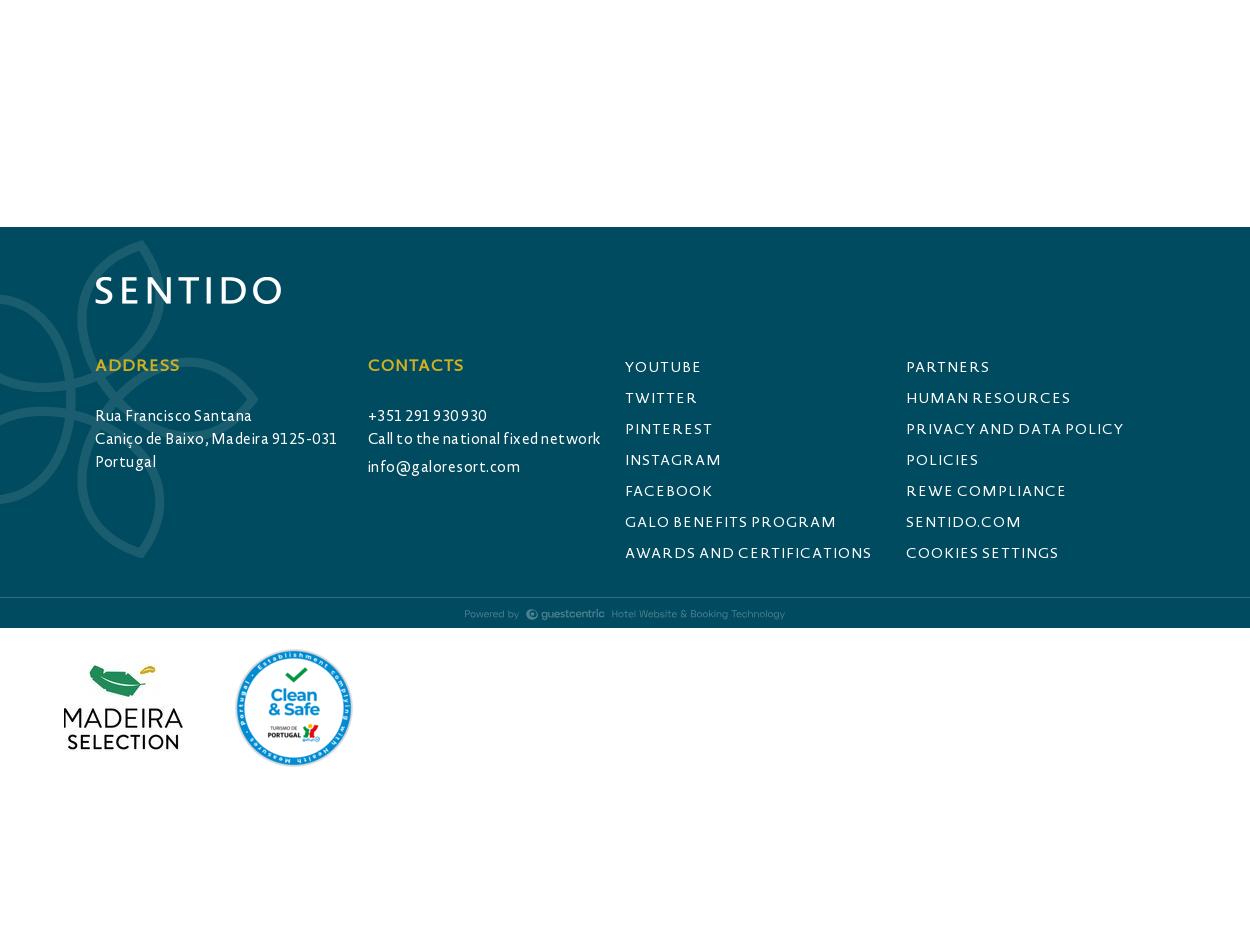 The width and height of the screenshot is (1250, 948). I want to click on 'sentido.com', so click(962, 522).